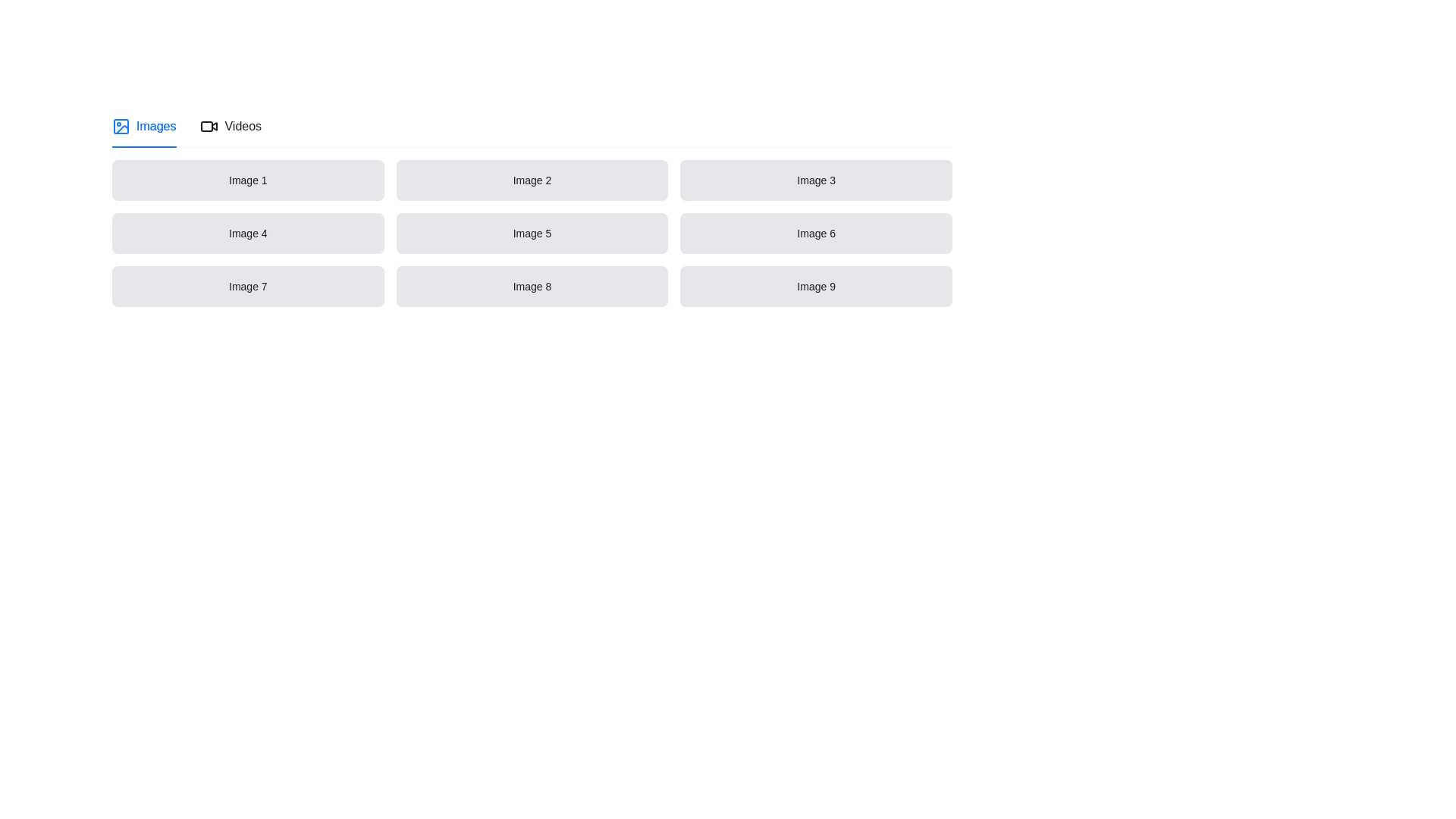 This screenshot has width=1456, height=819. I want to click on the label element with rounded corners that has a light gray background and displays the text 'Image 3', so click(815, 180).